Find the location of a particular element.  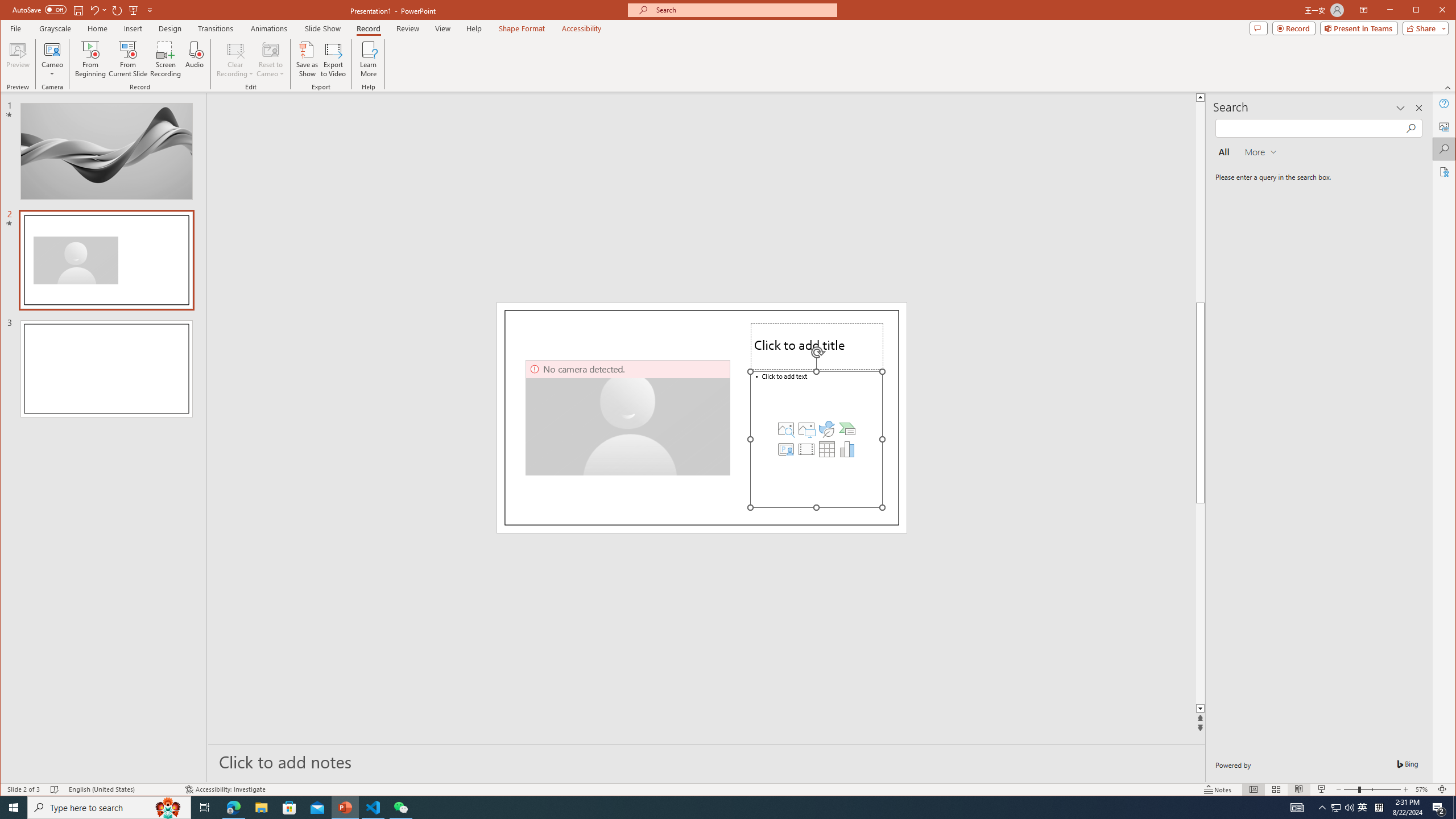

'Preview' is located at coordinates (18, 59).